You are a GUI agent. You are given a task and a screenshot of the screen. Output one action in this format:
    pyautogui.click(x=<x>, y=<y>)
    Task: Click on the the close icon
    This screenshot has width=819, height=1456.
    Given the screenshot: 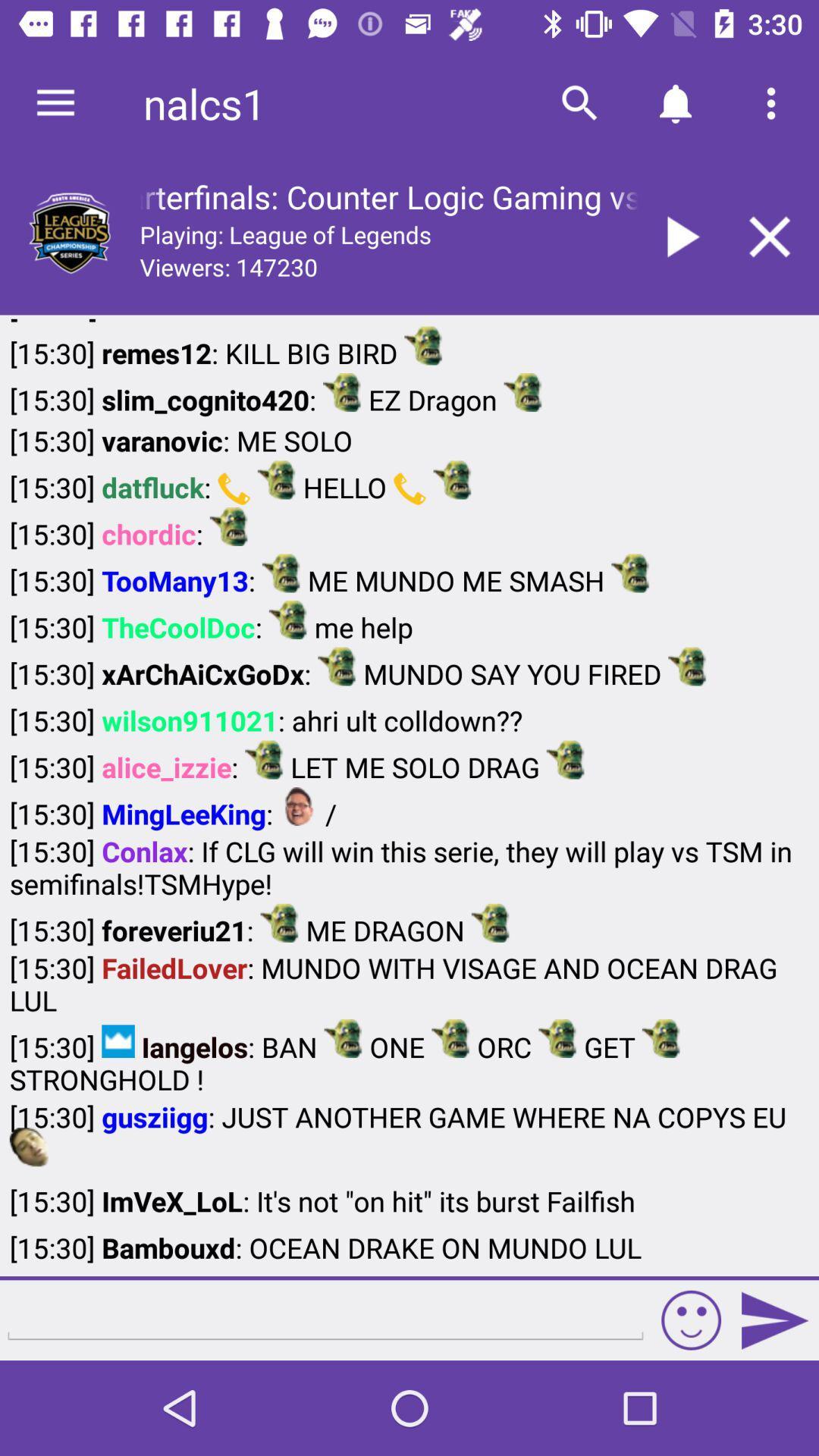 What is the action you would take?
    pyautogui.click(x=770, y=236)
    